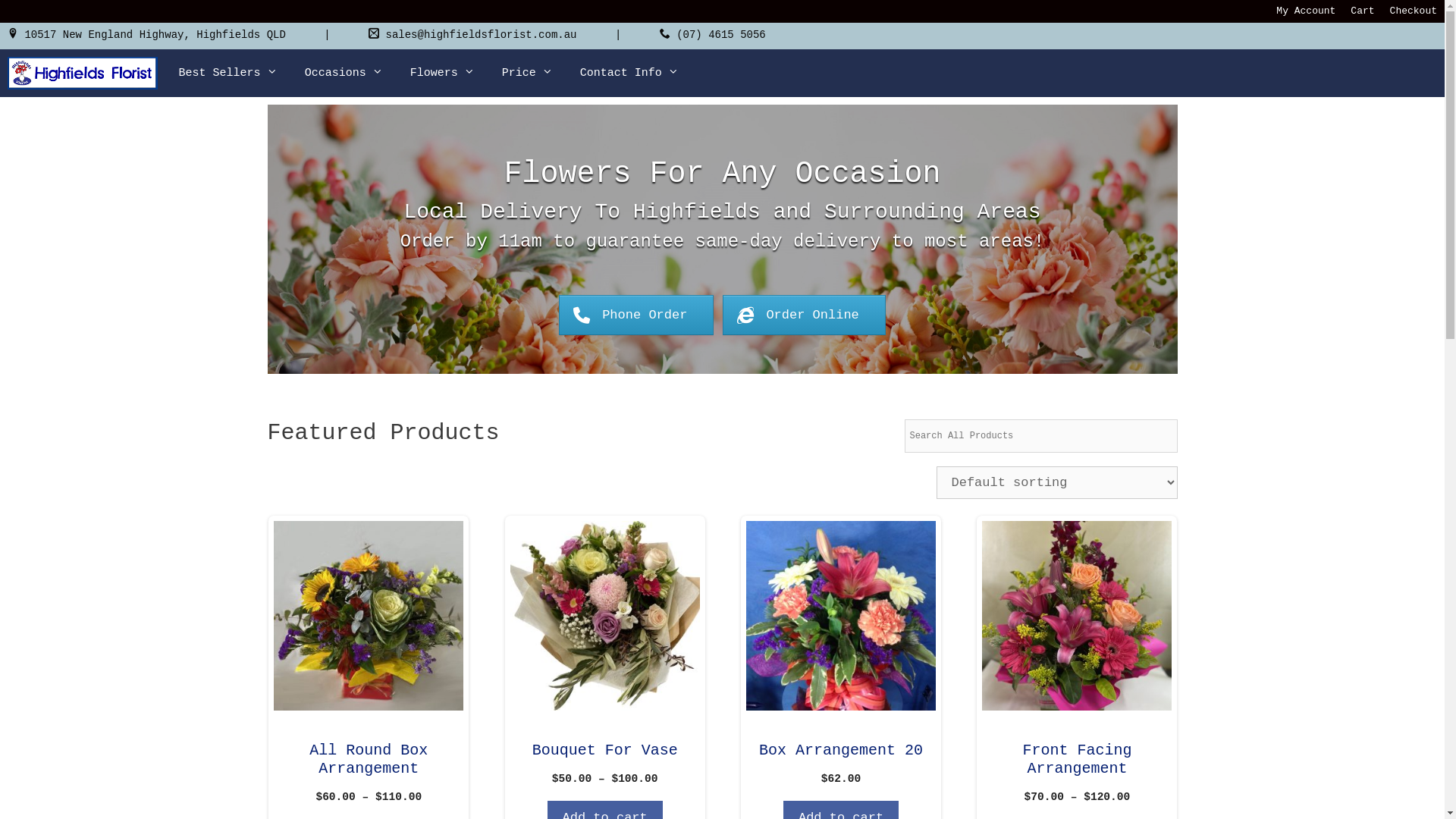 Image resolution: width=1456 pixels, height=819 pixels. I want to click on 'Phone Order', so click(636, 314).